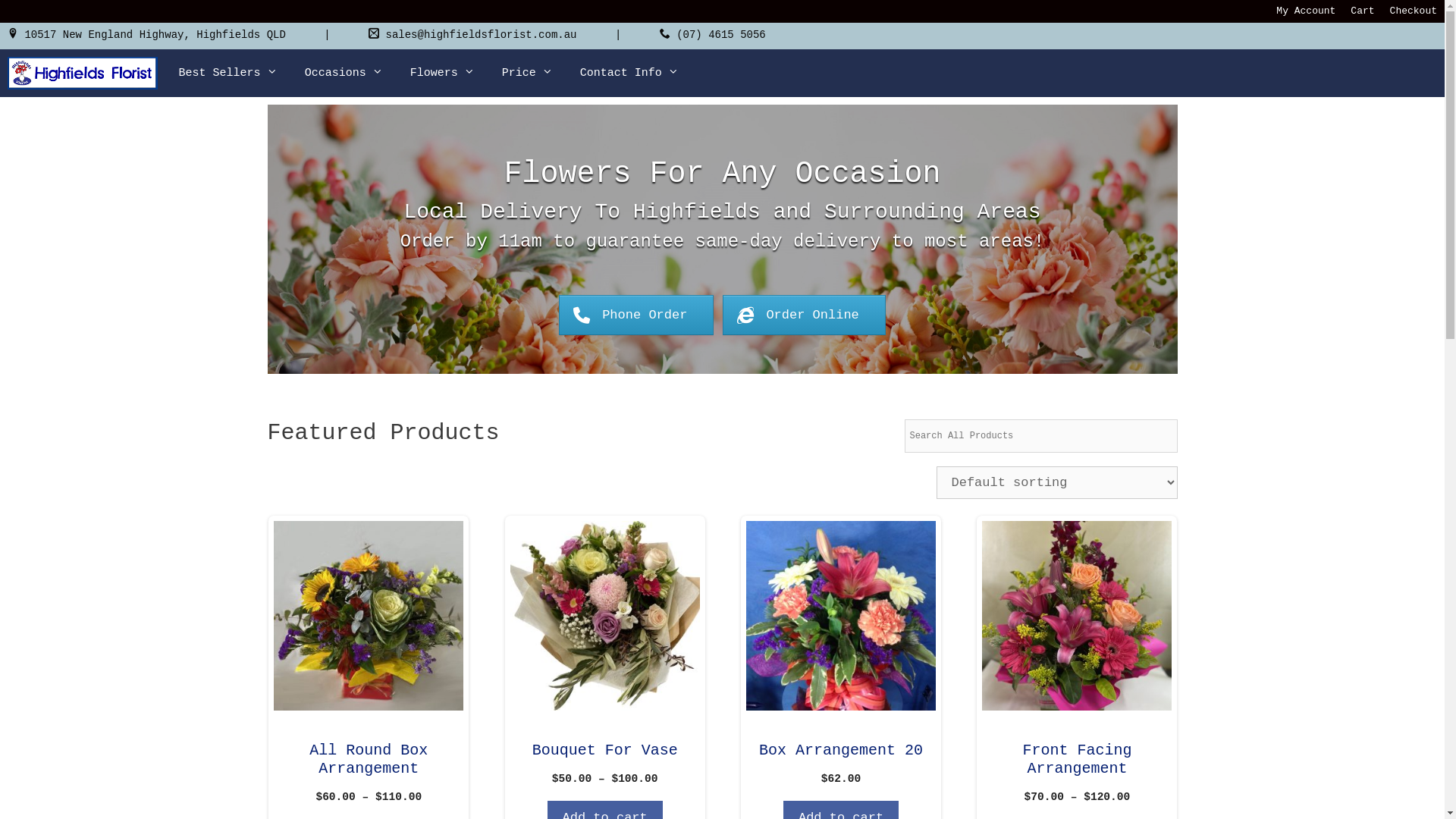 Image resolution: width=1456 pixels, height=819 pixels. I want to click on 'Phone Order', so click(636, 314).